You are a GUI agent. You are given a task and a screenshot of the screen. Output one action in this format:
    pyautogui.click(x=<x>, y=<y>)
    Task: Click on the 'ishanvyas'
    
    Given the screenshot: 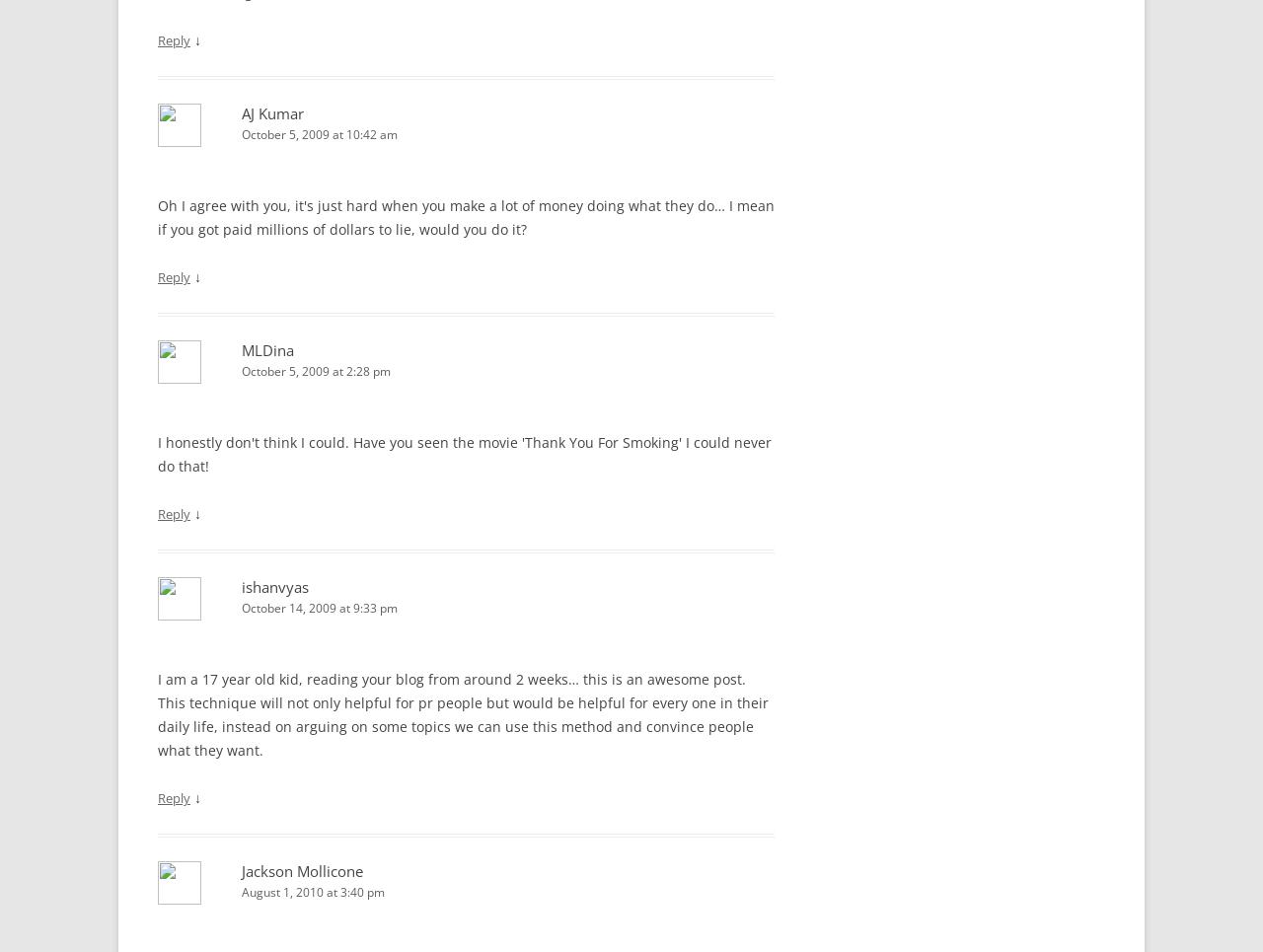 What is the action you would take?
    pyautogui.click(x=274, y=586)
    